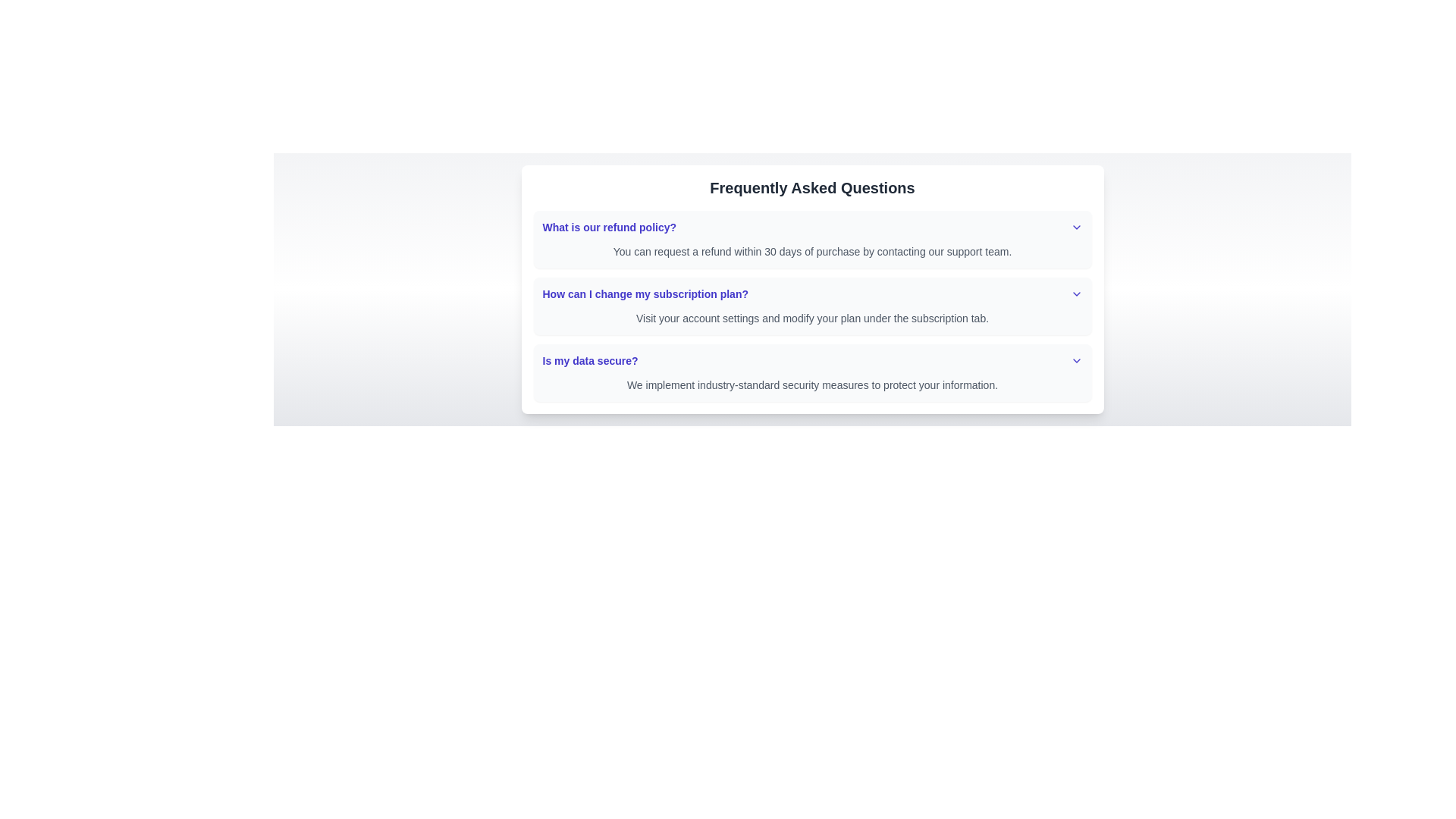  Describe the element at coordinates (811, 250) in the screenshot. I see `the text providing additional information about the refund policy, which is located beneath the question heading 'What is our refund policy?' in the FAQ section` at that location.